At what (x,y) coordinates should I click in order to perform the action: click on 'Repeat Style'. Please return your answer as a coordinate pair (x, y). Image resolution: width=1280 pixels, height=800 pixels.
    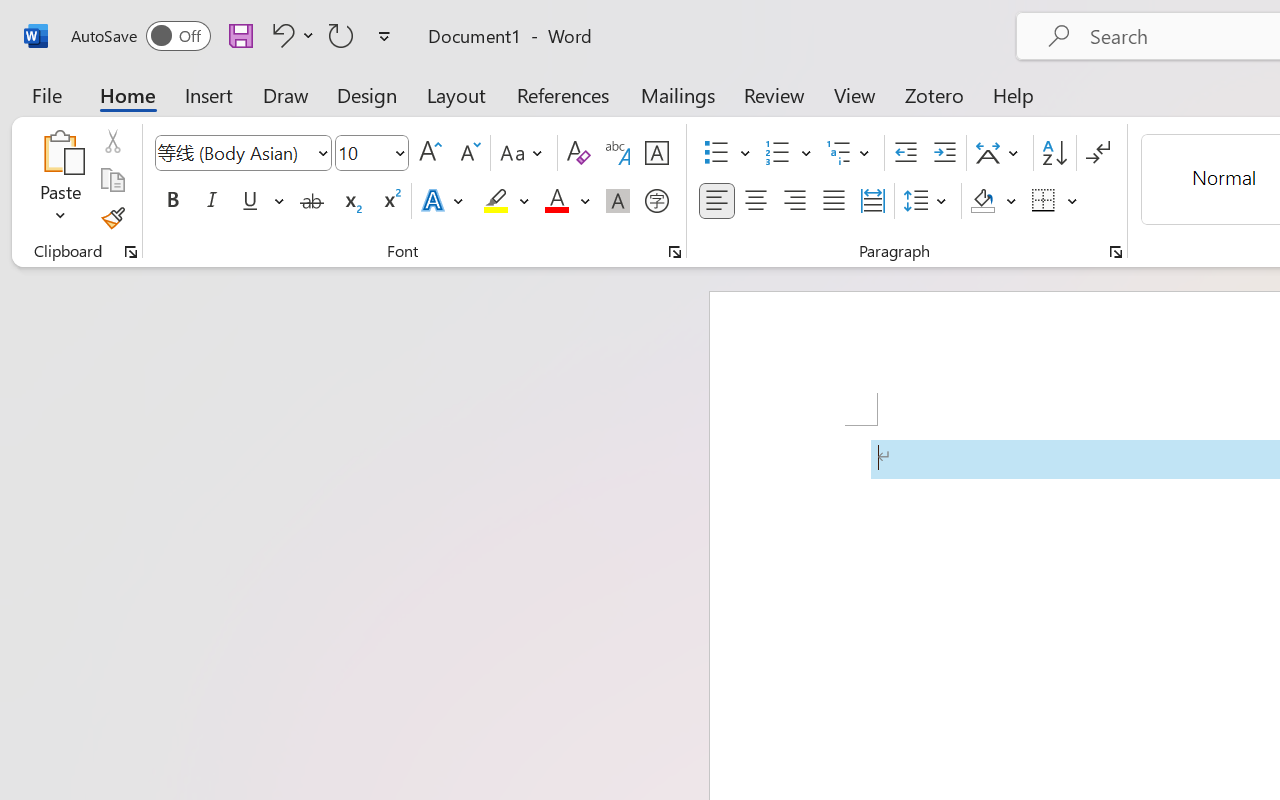
    Looking at the image, I should click on (341, 34).